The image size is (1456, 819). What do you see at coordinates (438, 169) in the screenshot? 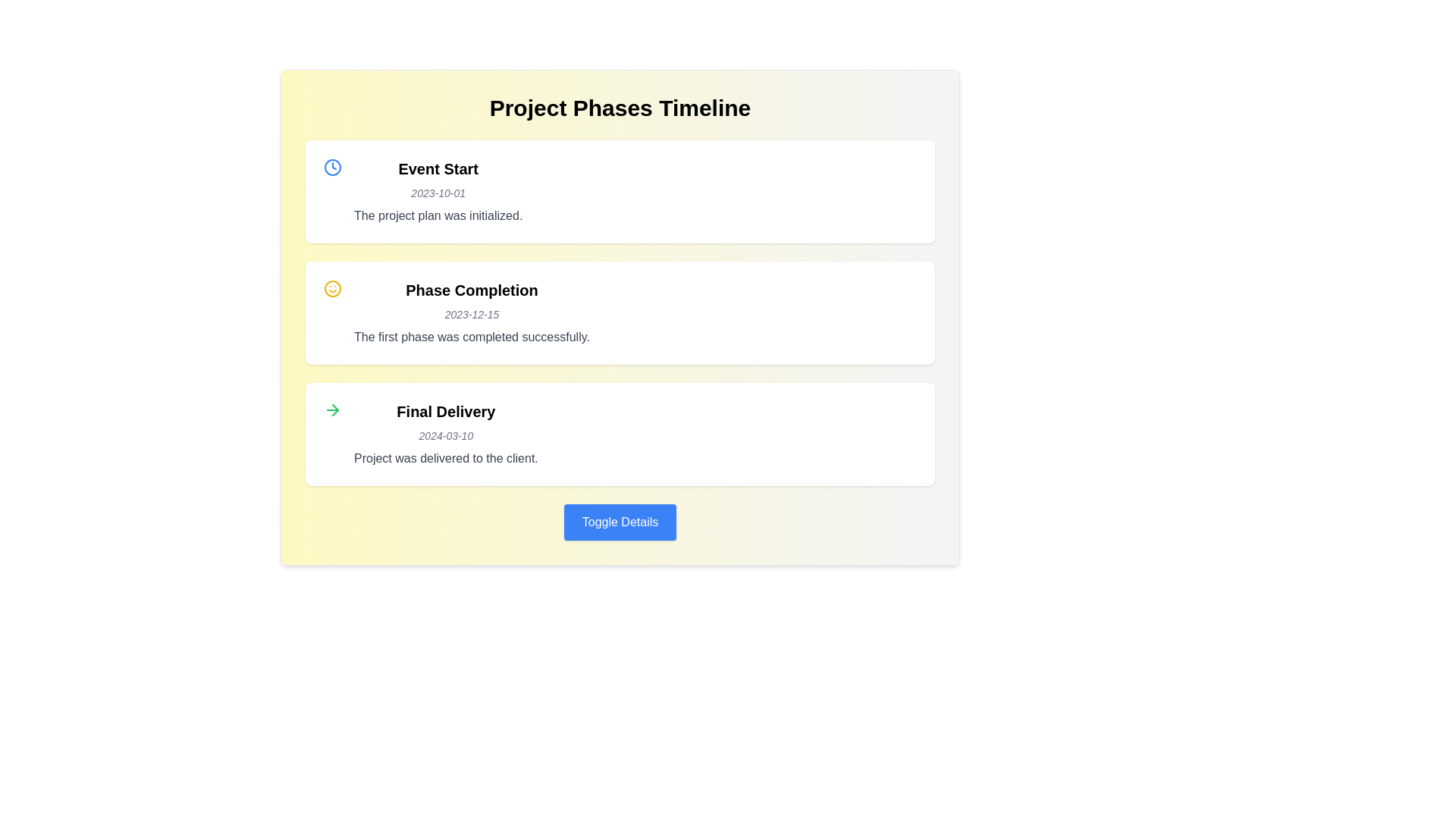
I see `text header displaying 'Event Start' in bold, black font located at the top of the first timeline card` at bounding box center [438, 169].